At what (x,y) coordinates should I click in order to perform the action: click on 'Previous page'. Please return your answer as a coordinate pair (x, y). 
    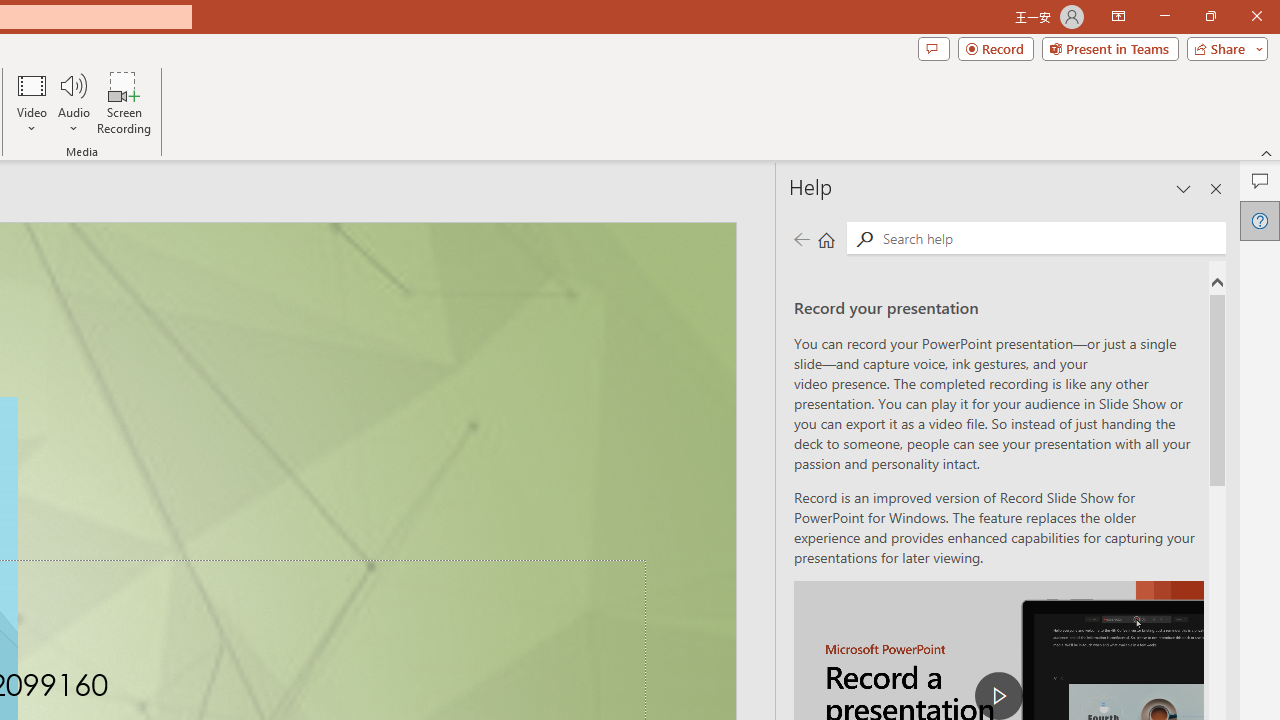
    Looking at the image, I should click on (801, 238).